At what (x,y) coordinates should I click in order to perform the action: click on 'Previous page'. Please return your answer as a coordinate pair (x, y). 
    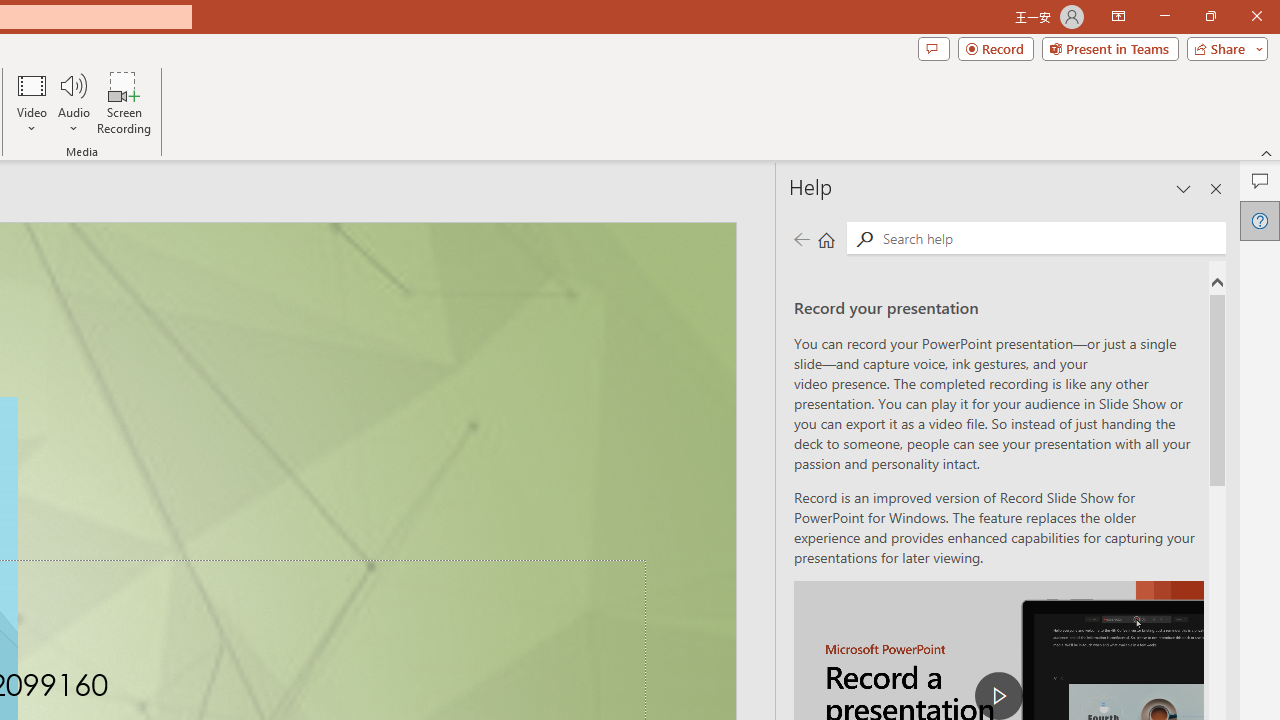
    Looking at the image, I should click on (801, 238).